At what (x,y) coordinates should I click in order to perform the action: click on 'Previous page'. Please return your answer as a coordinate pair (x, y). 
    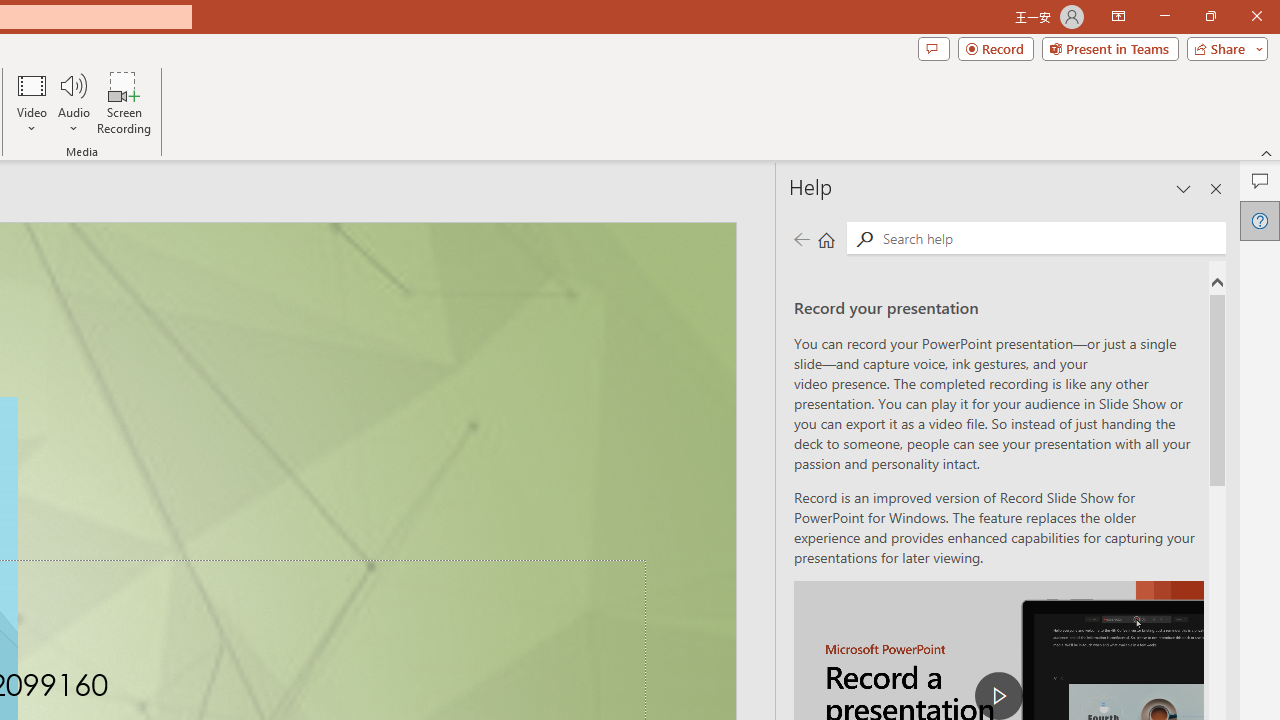
    Looking at the image, I should click on (801, 238).